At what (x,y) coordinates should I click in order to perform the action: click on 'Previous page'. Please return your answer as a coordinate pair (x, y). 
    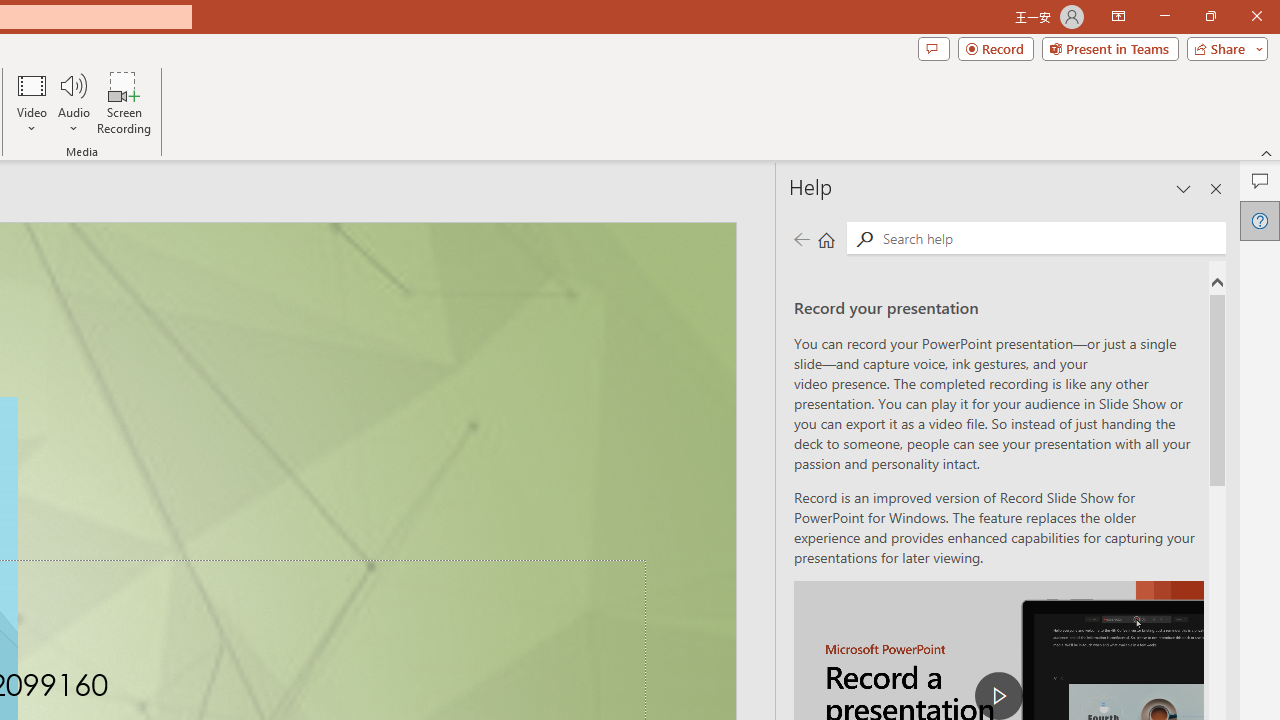
    Looking at the image, I should click on (801, 238).